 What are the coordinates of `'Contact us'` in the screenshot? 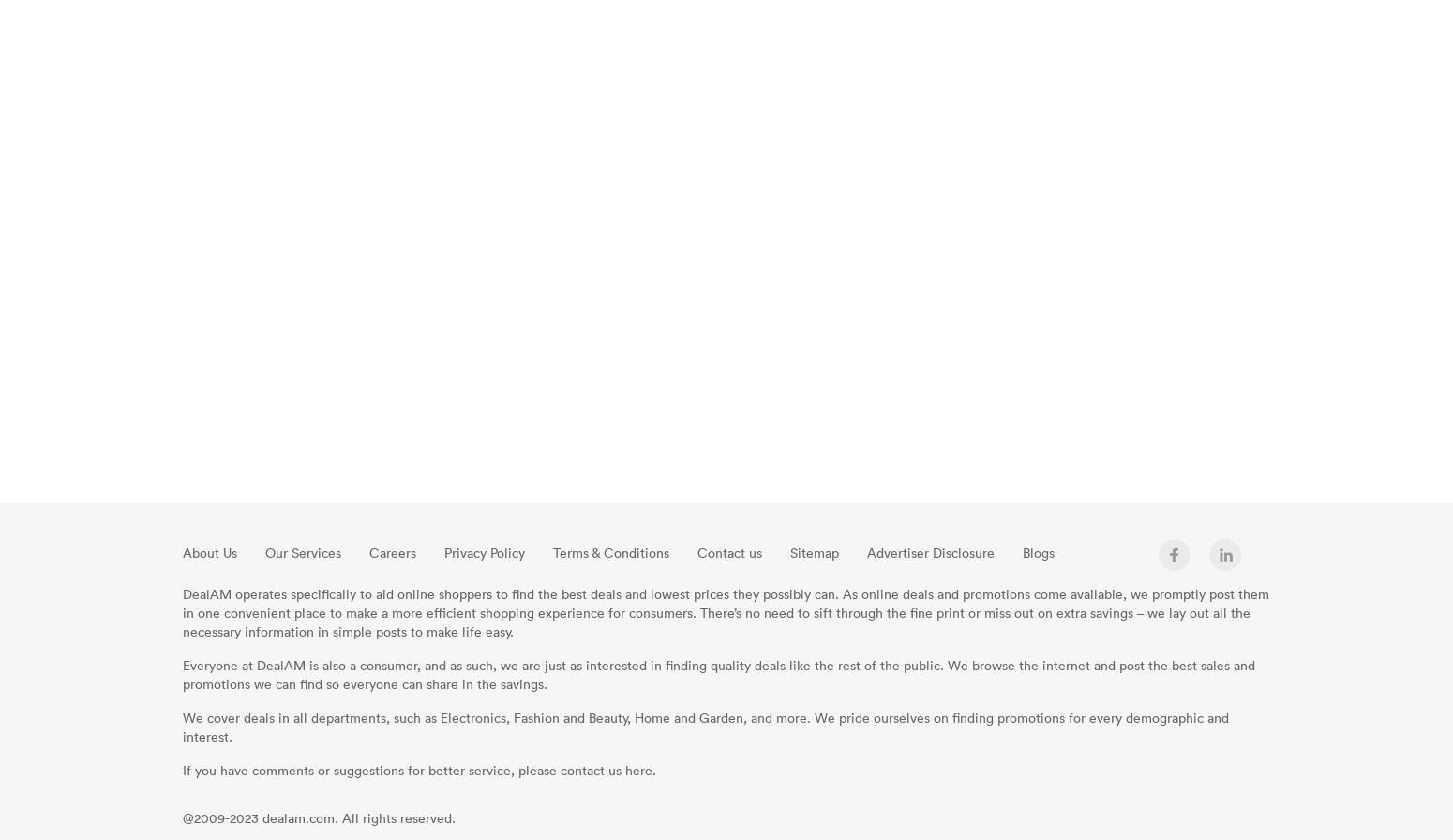 It's located at (728, 552).